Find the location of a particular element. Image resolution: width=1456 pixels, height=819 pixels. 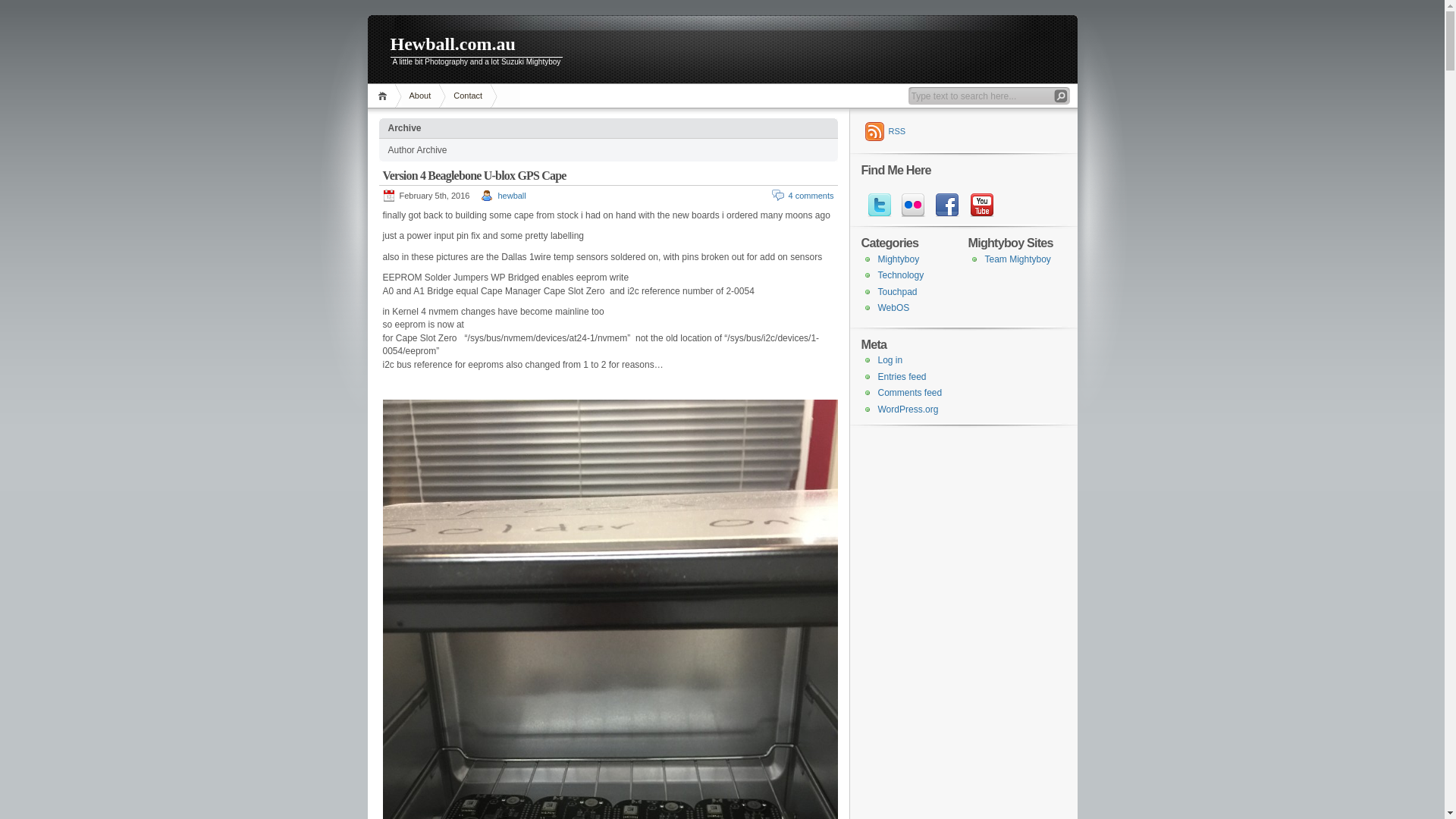

'Contact' is located at coordinates (467, 96).